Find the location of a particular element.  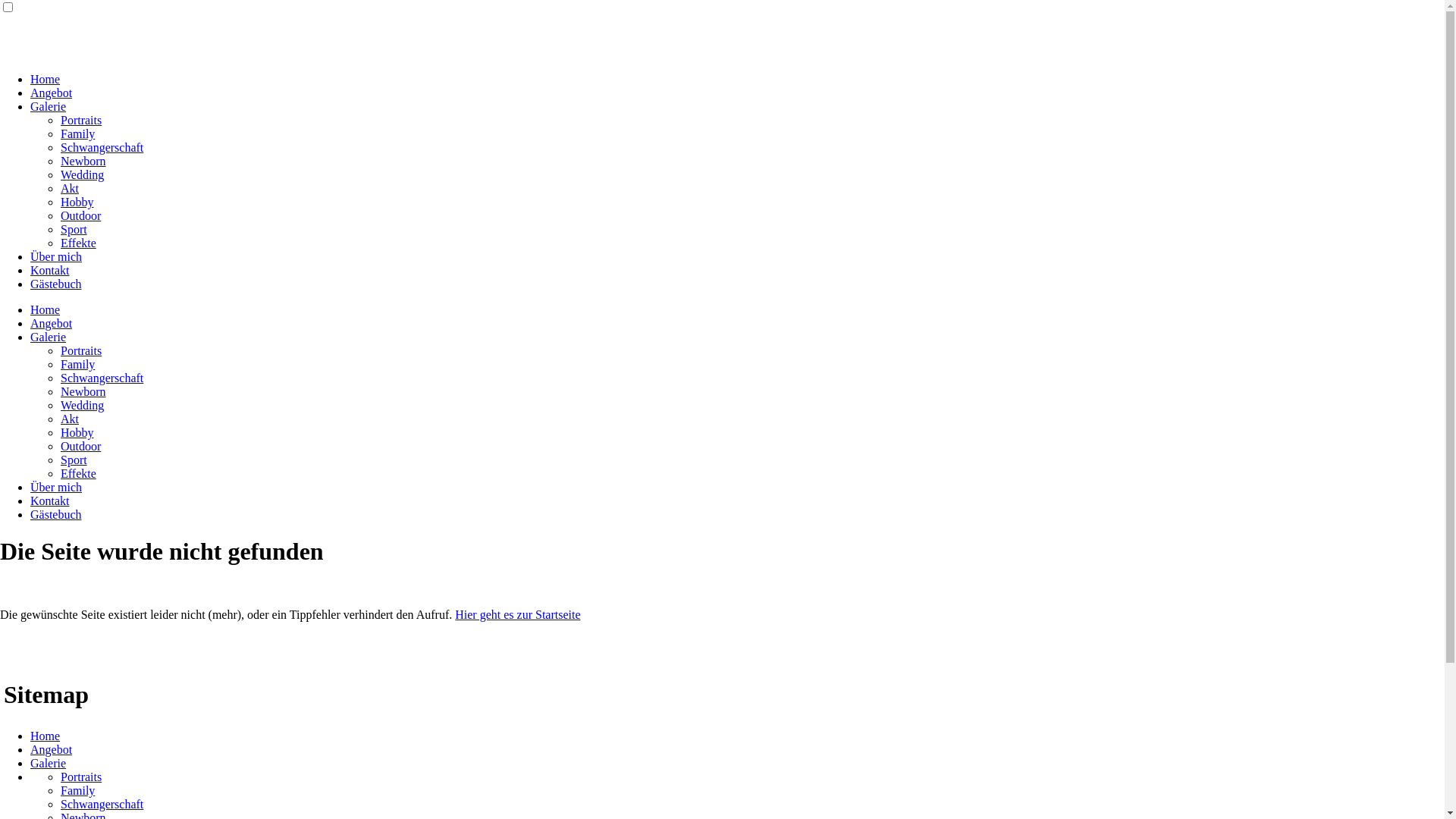

'Home' is located at coordinates (45, 79).